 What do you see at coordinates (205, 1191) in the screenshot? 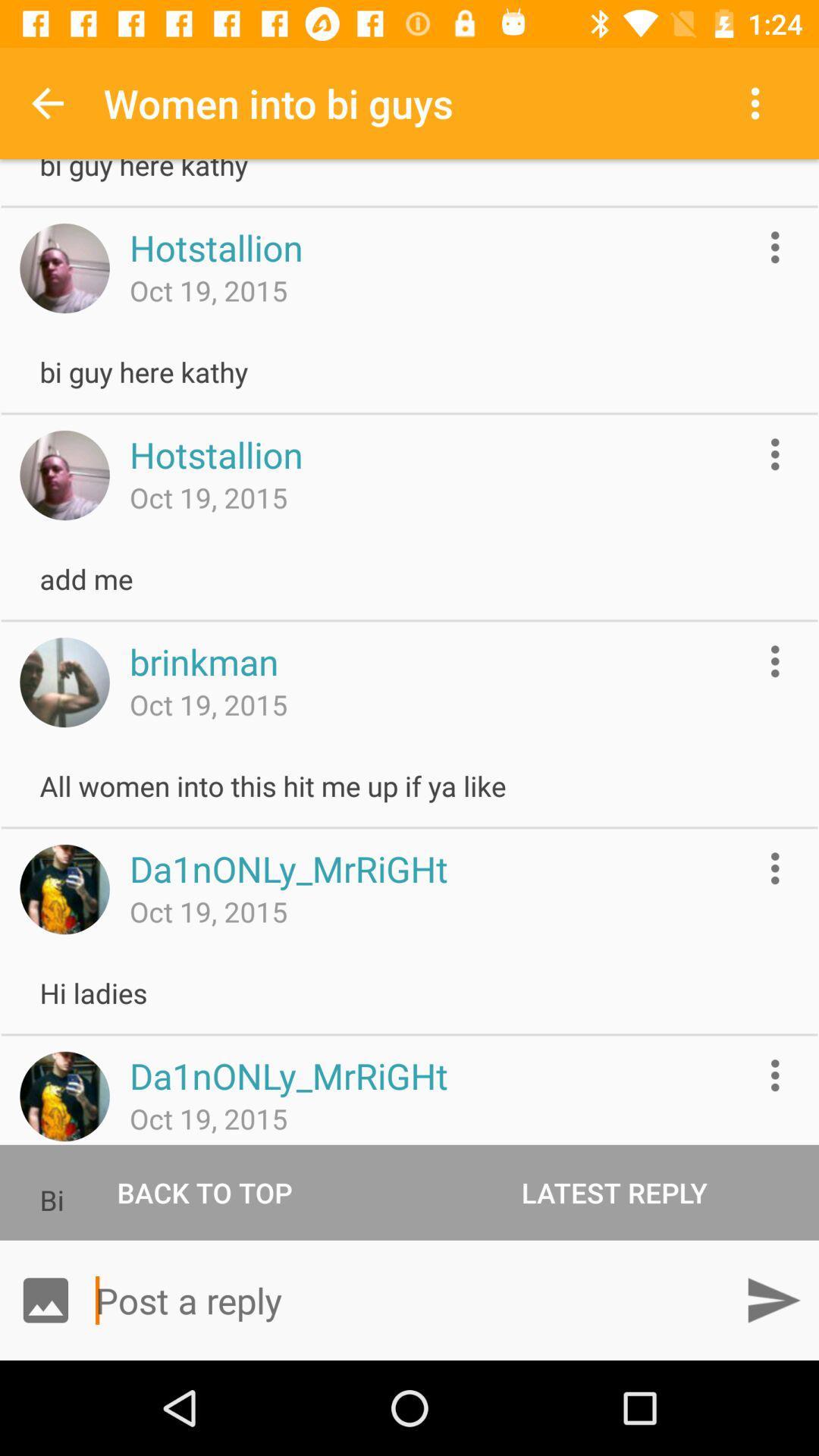
I see `back to top item` at bounding box center [205, 1191].